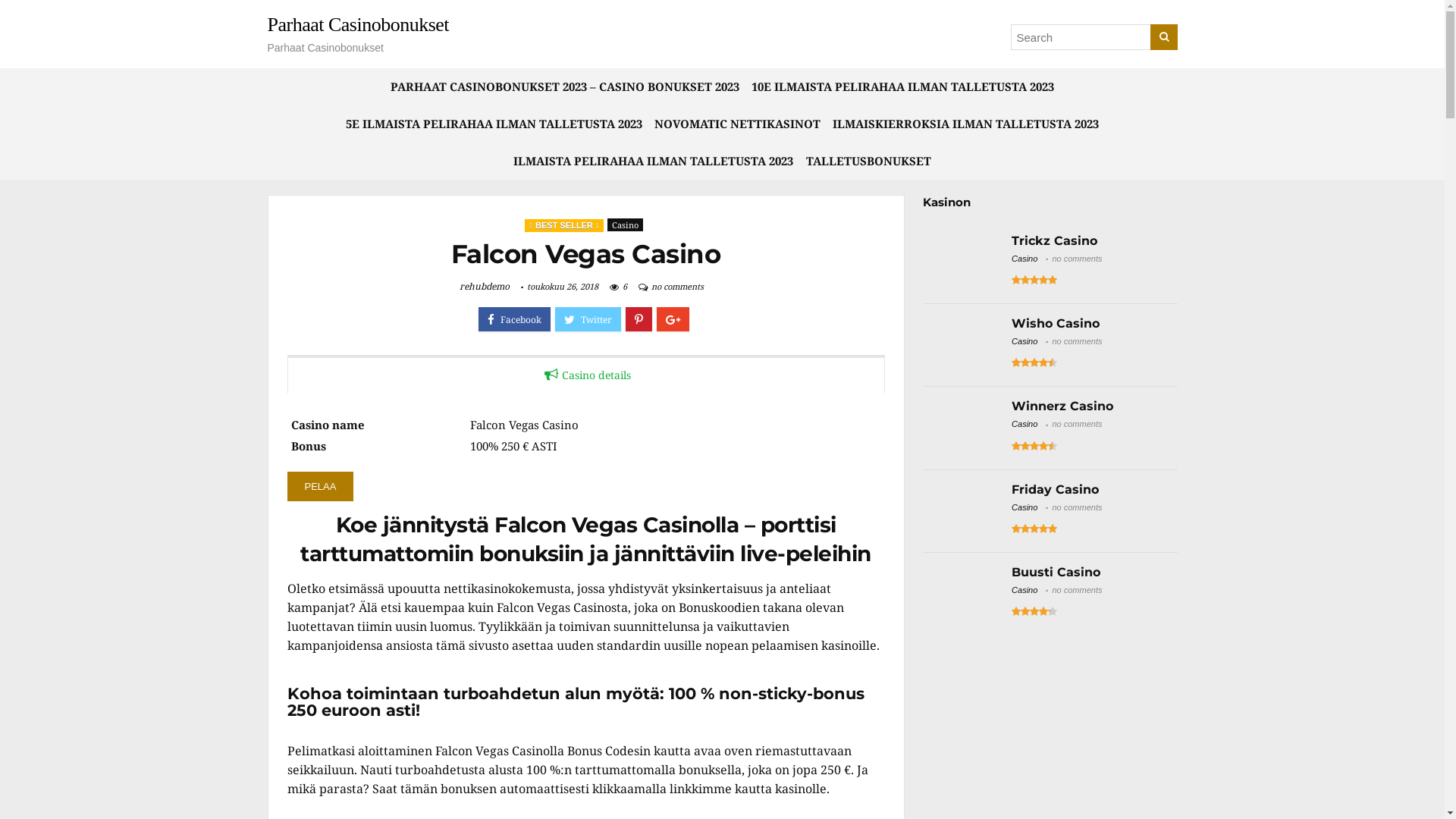  What do you see at coordinates (1053, 240) in the screenshot?
I see `'Trickz Casino'` at bounding box center [1053, 240].